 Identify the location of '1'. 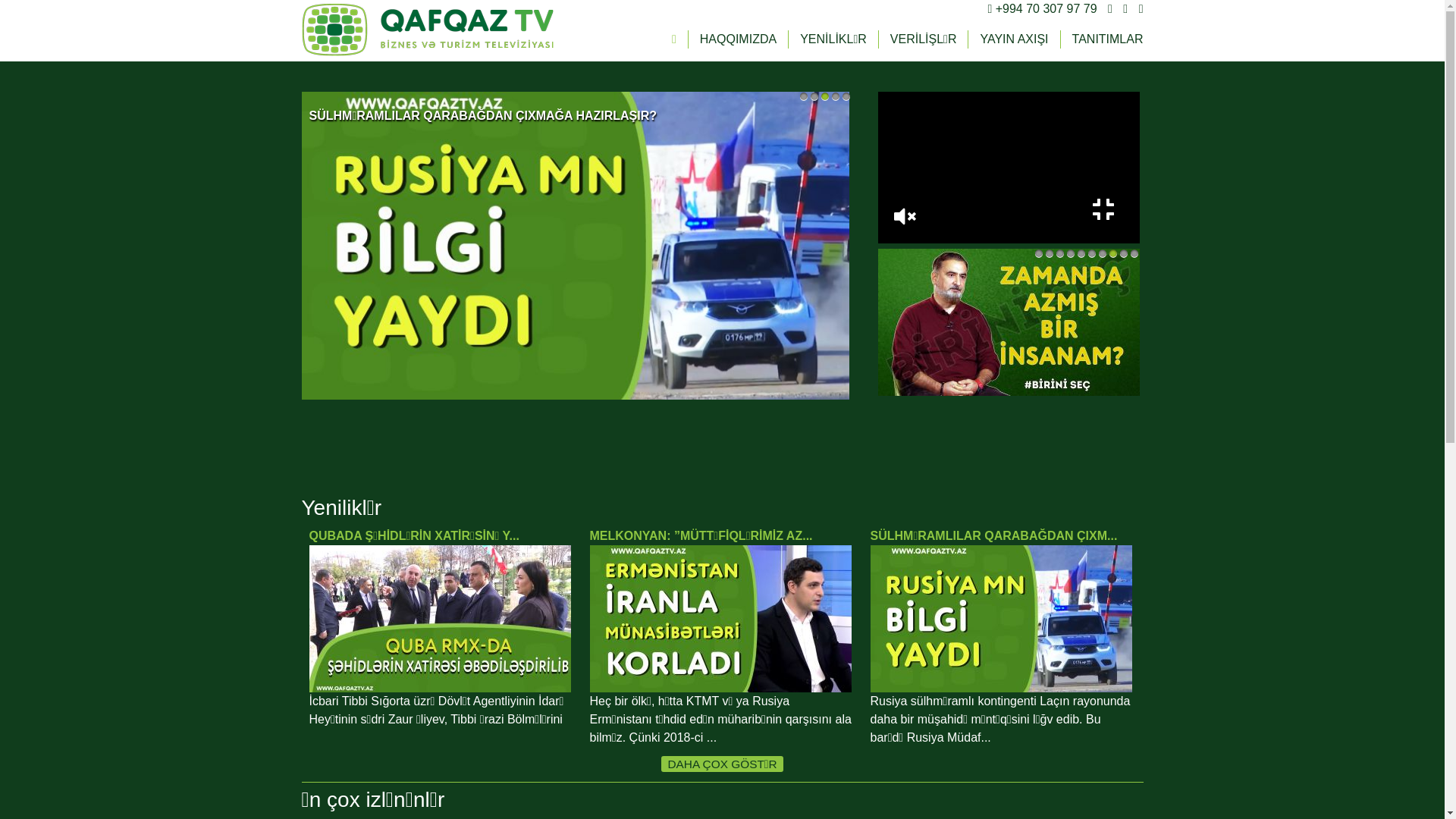
(803, 96).